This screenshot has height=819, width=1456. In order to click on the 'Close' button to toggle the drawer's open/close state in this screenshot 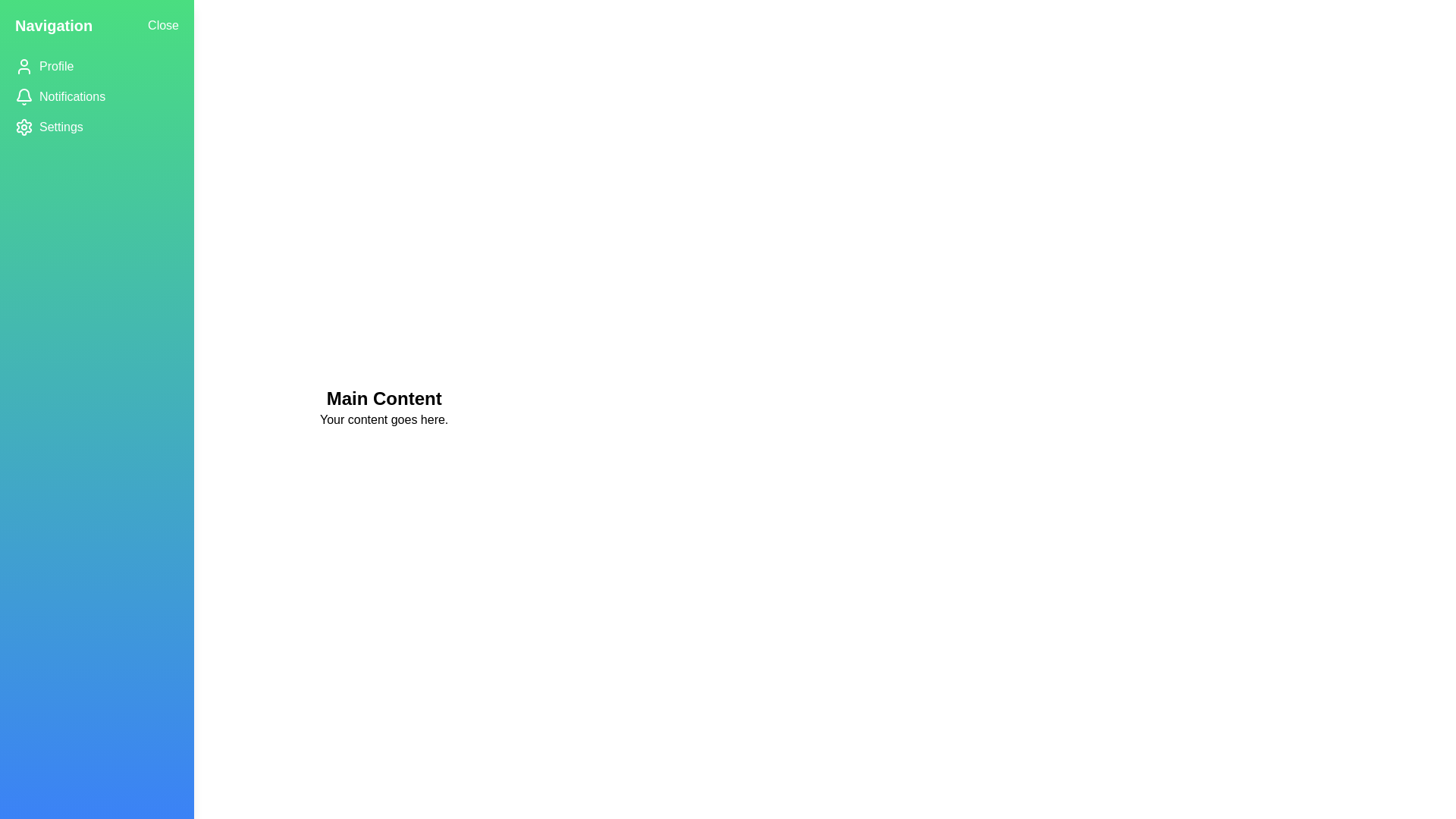, I will do `click(163, 26)`.